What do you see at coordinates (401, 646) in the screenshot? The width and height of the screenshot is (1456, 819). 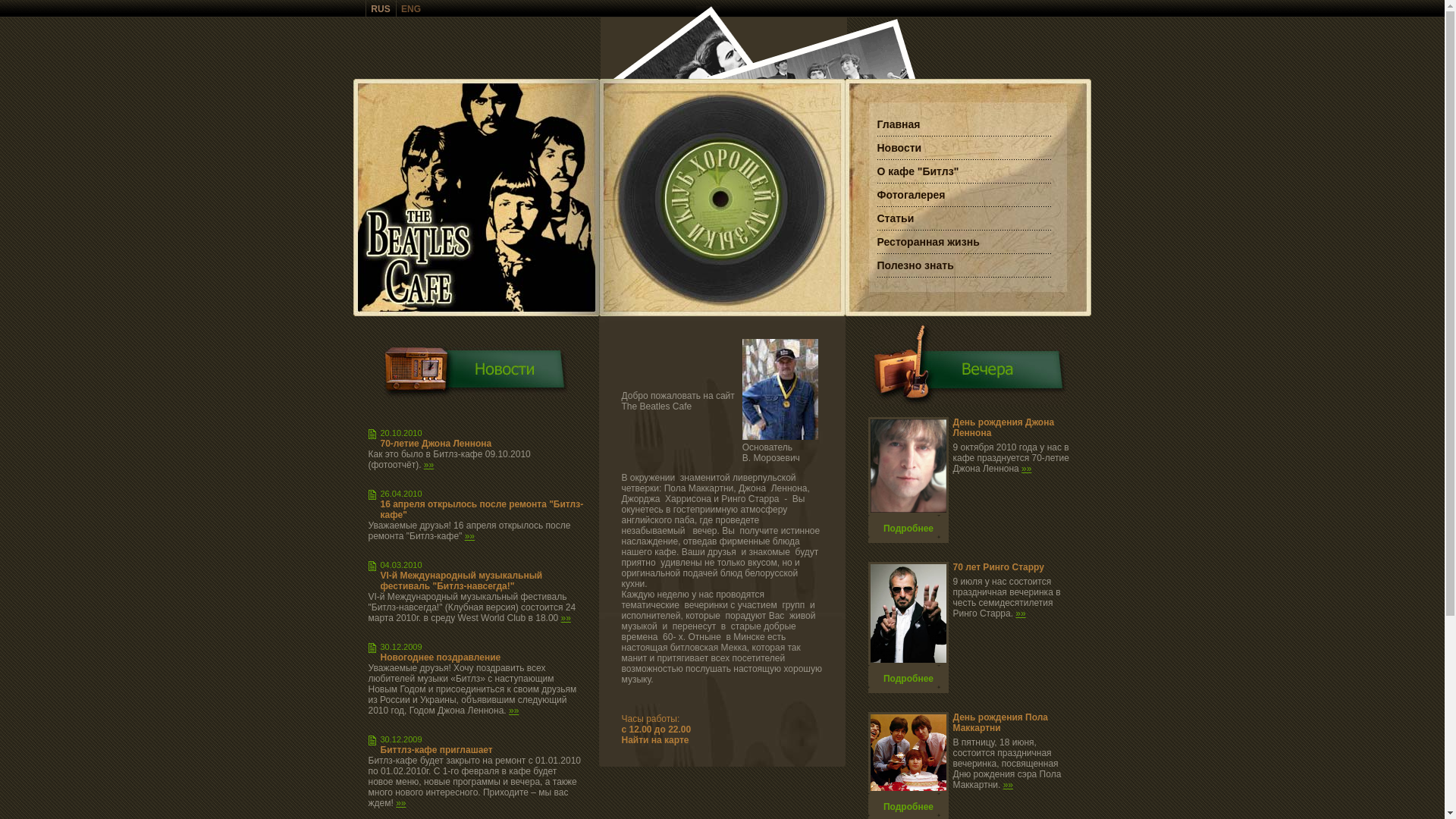 I see `'30.12.2009'` at bounding box center [401, 646].